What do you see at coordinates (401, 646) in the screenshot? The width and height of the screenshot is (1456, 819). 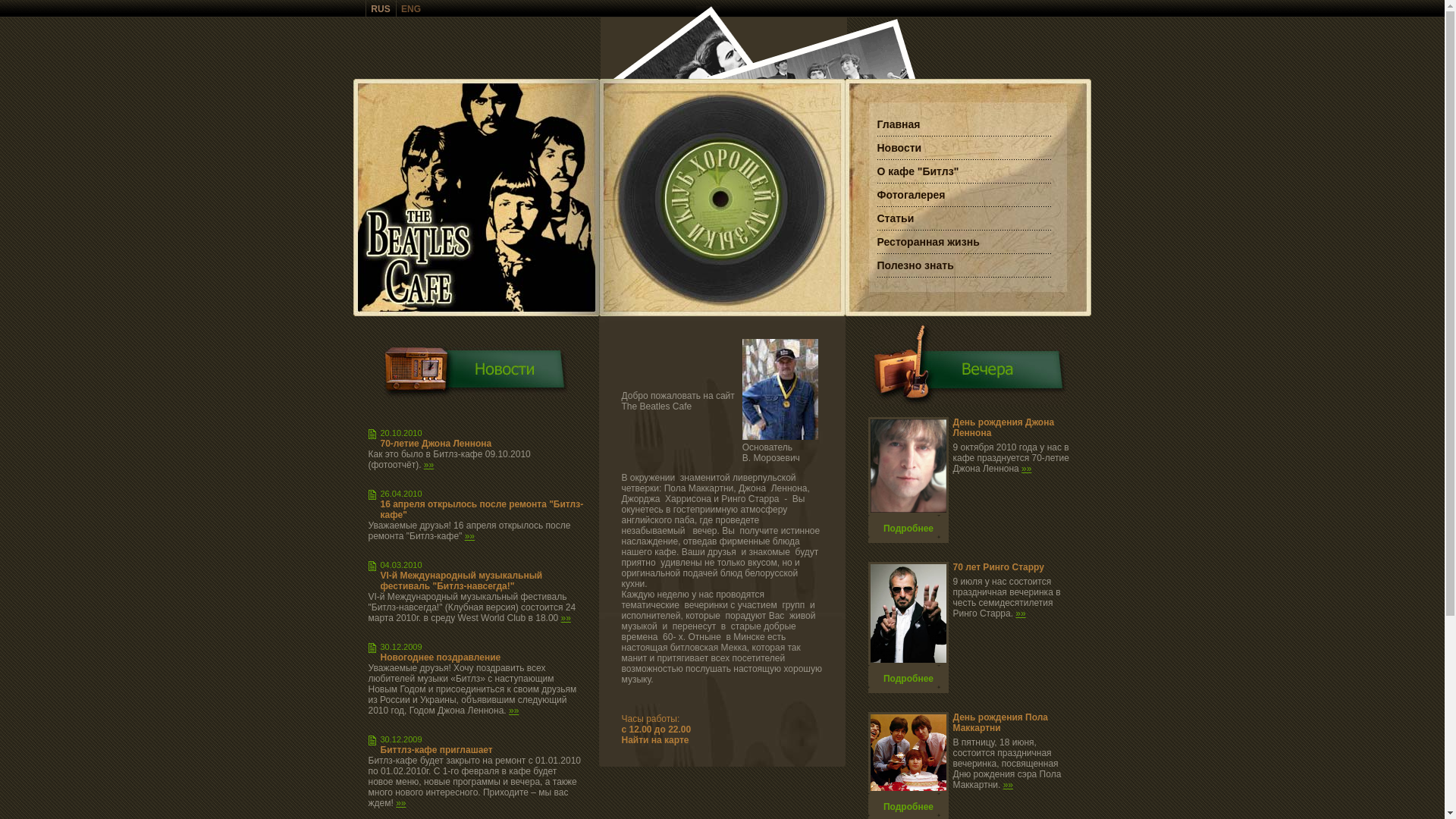 I see `'30.12.2009'` at bounding box center [401, 646].